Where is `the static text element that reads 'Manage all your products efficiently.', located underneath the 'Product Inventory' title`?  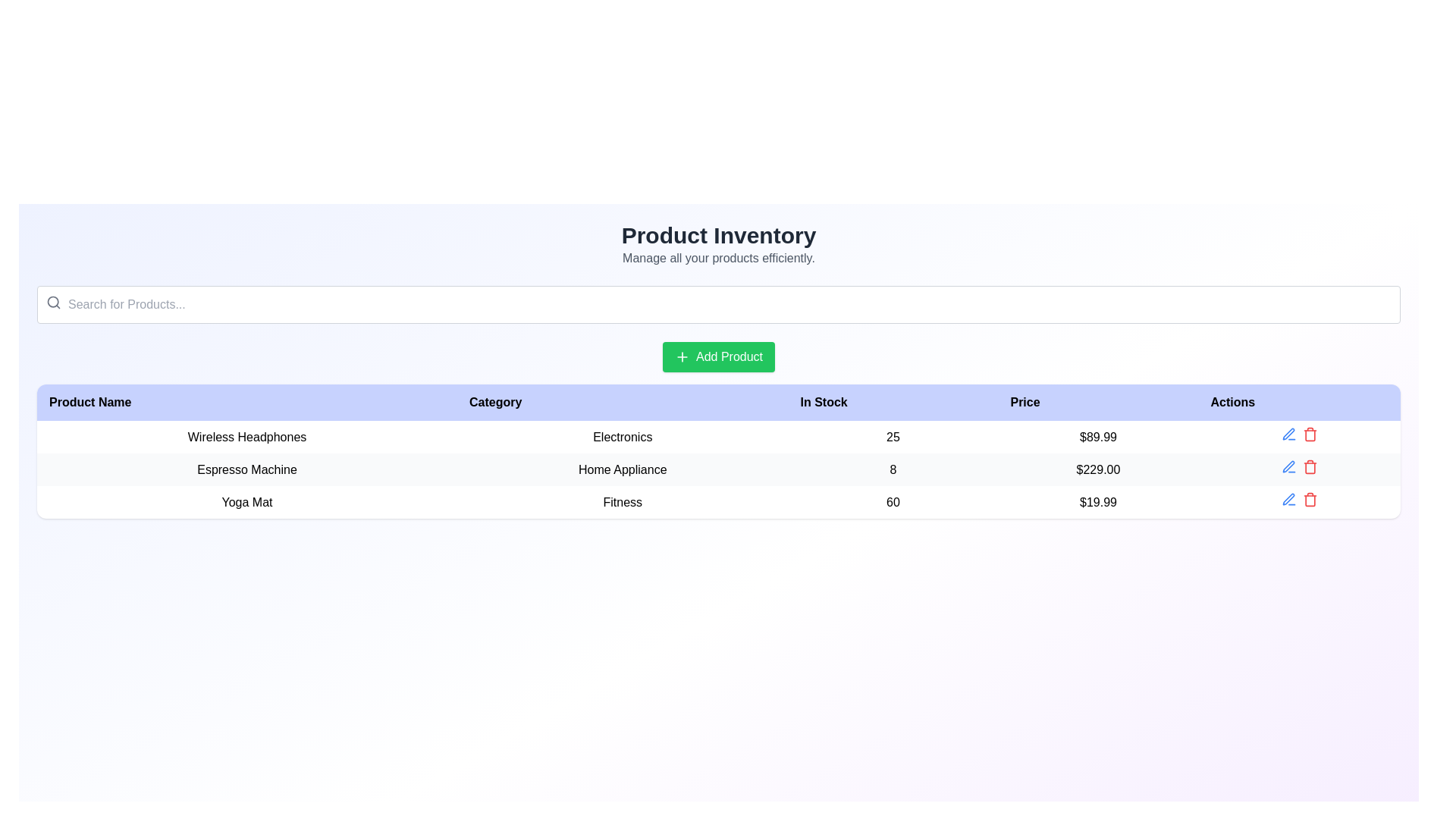
the static text element that reads 'Manage all your products efficiently.', located underneath the 'Product Inventory' title is located at coordinates (718, 257).